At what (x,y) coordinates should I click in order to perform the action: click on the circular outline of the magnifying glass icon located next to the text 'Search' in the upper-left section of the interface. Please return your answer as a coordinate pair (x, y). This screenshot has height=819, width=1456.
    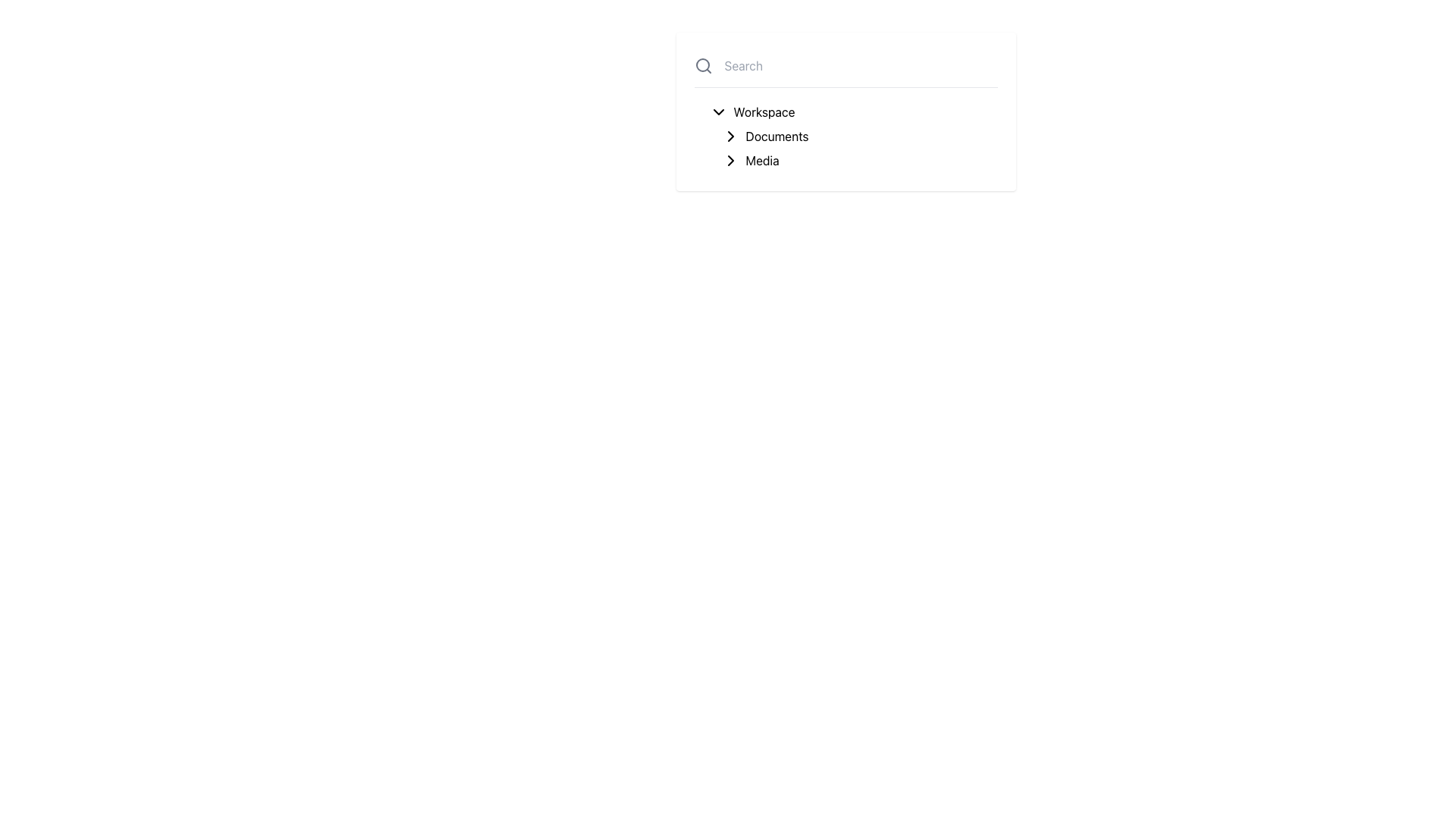
    Looking at the image, I should click on (701, 64).